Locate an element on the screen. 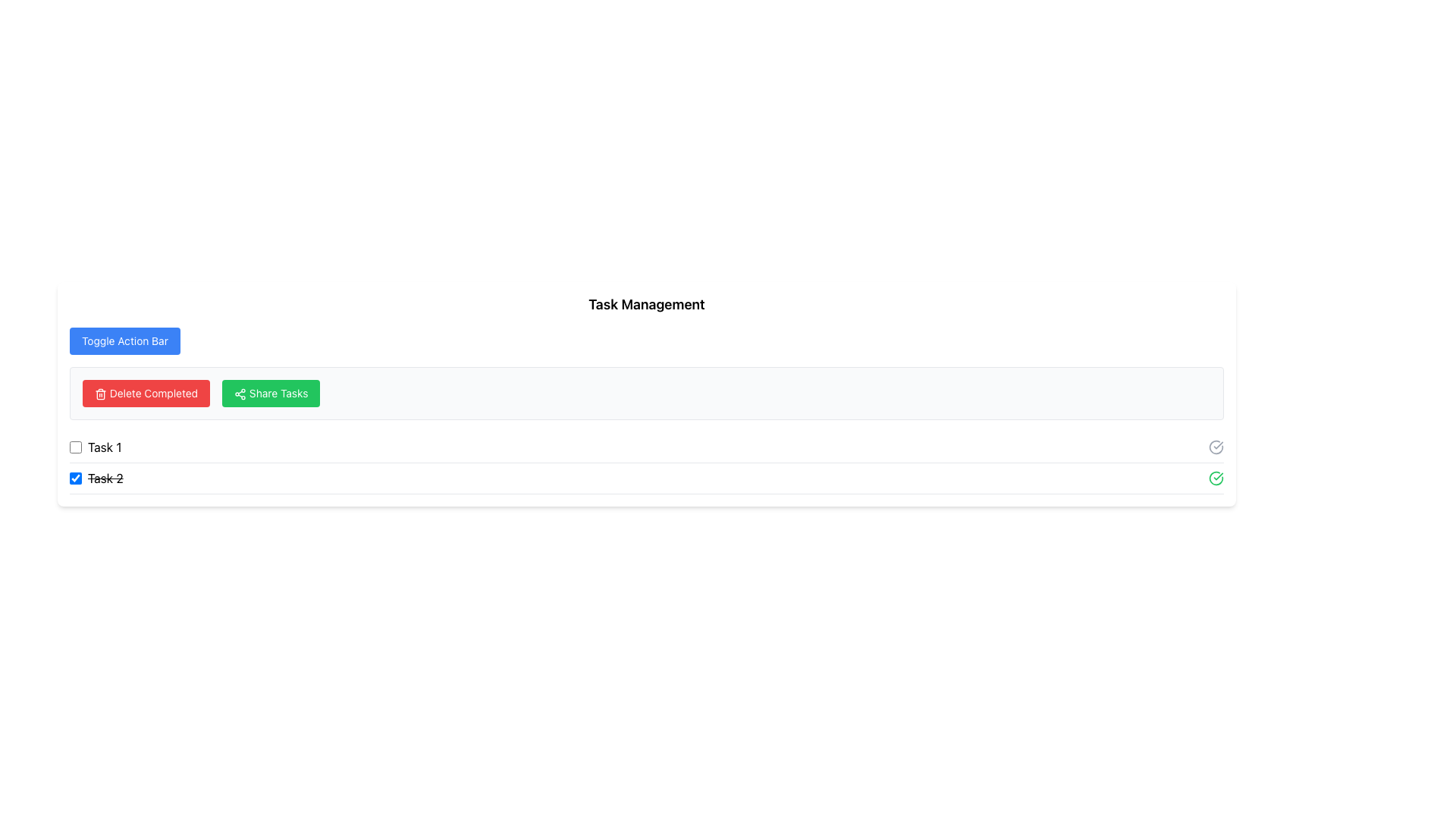  the strikethrough text label indicating a completed task in the task list is located at coordinates (105, 479).